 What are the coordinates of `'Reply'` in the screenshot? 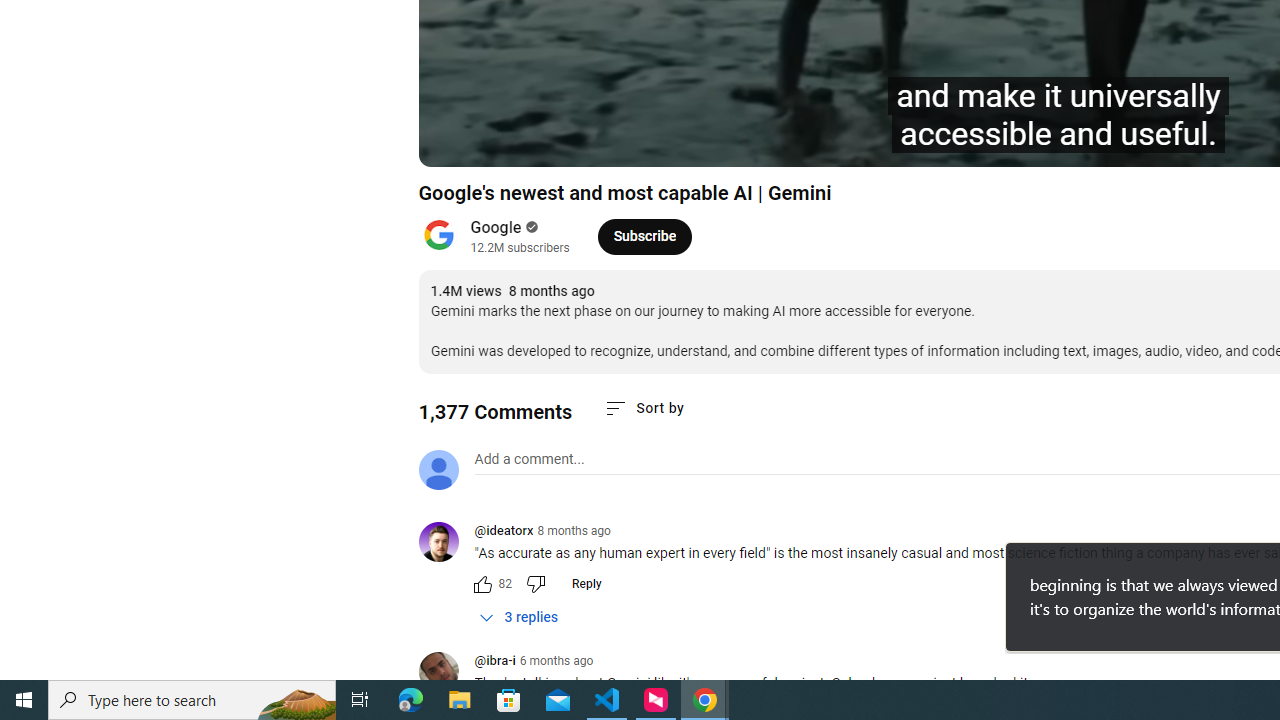 It's located at (585, 583).